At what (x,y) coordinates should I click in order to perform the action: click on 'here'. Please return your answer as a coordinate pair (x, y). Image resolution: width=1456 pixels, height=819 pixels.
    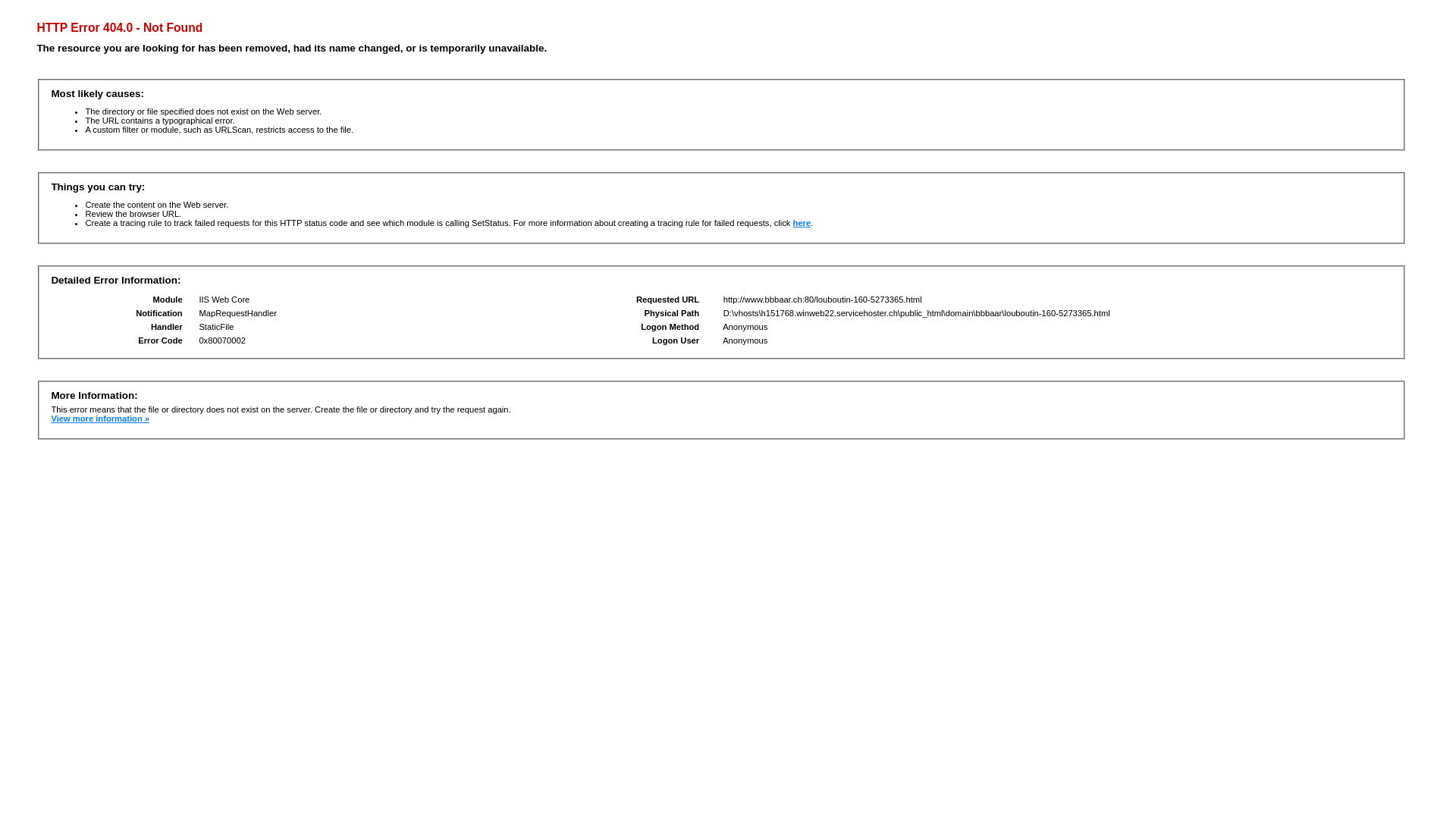
    Looking at the image, I should click on (801, 222).